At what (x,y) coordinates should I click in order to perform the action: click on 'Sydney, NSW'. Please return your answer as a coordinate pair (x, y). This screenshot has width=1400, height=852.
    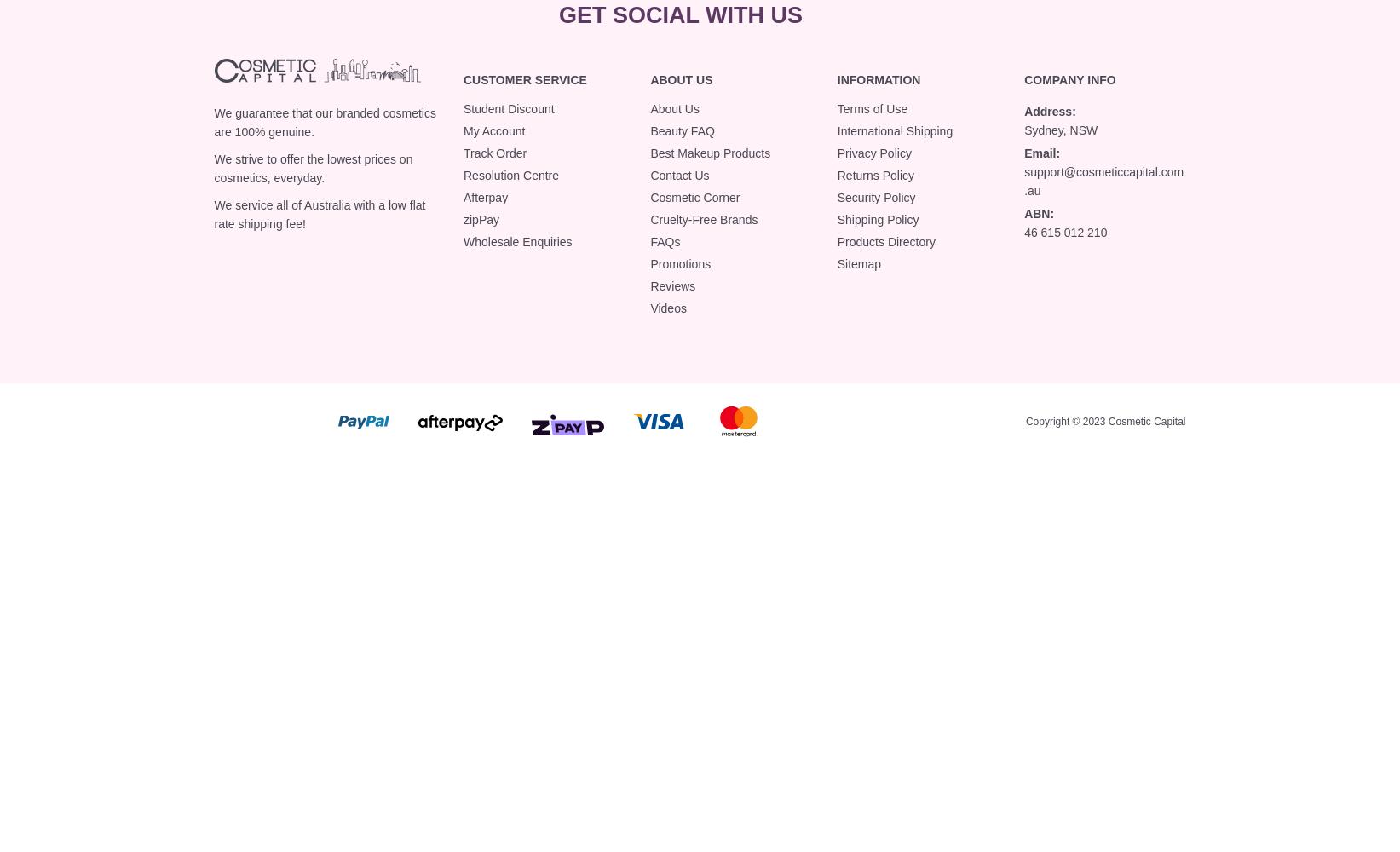
    Looking at the image, I should click on (1060, 130).